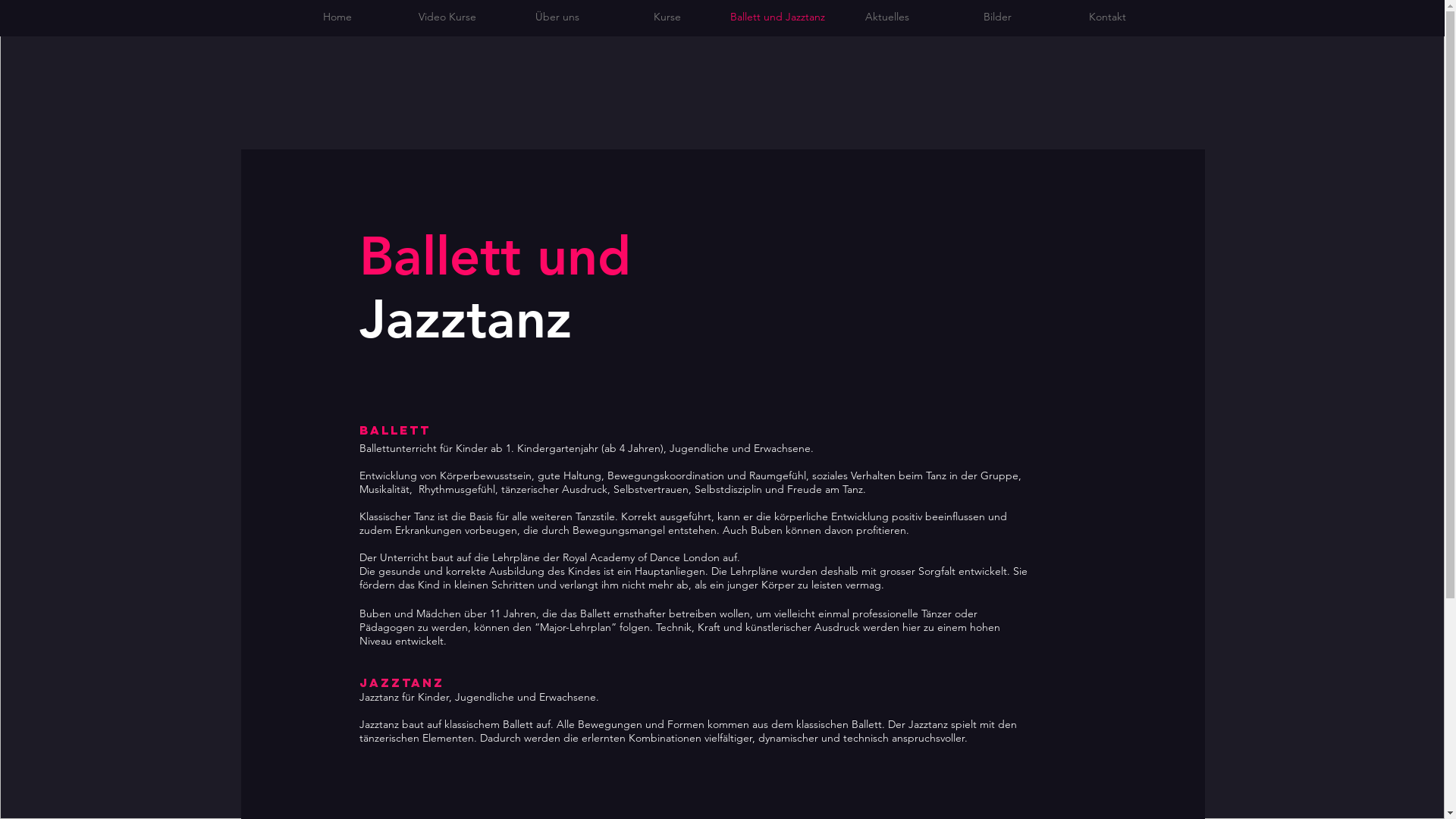 Image resolution: width=1456 pixels, height=819 pixels. I want to click on 'Bilder', so click(996, 17).